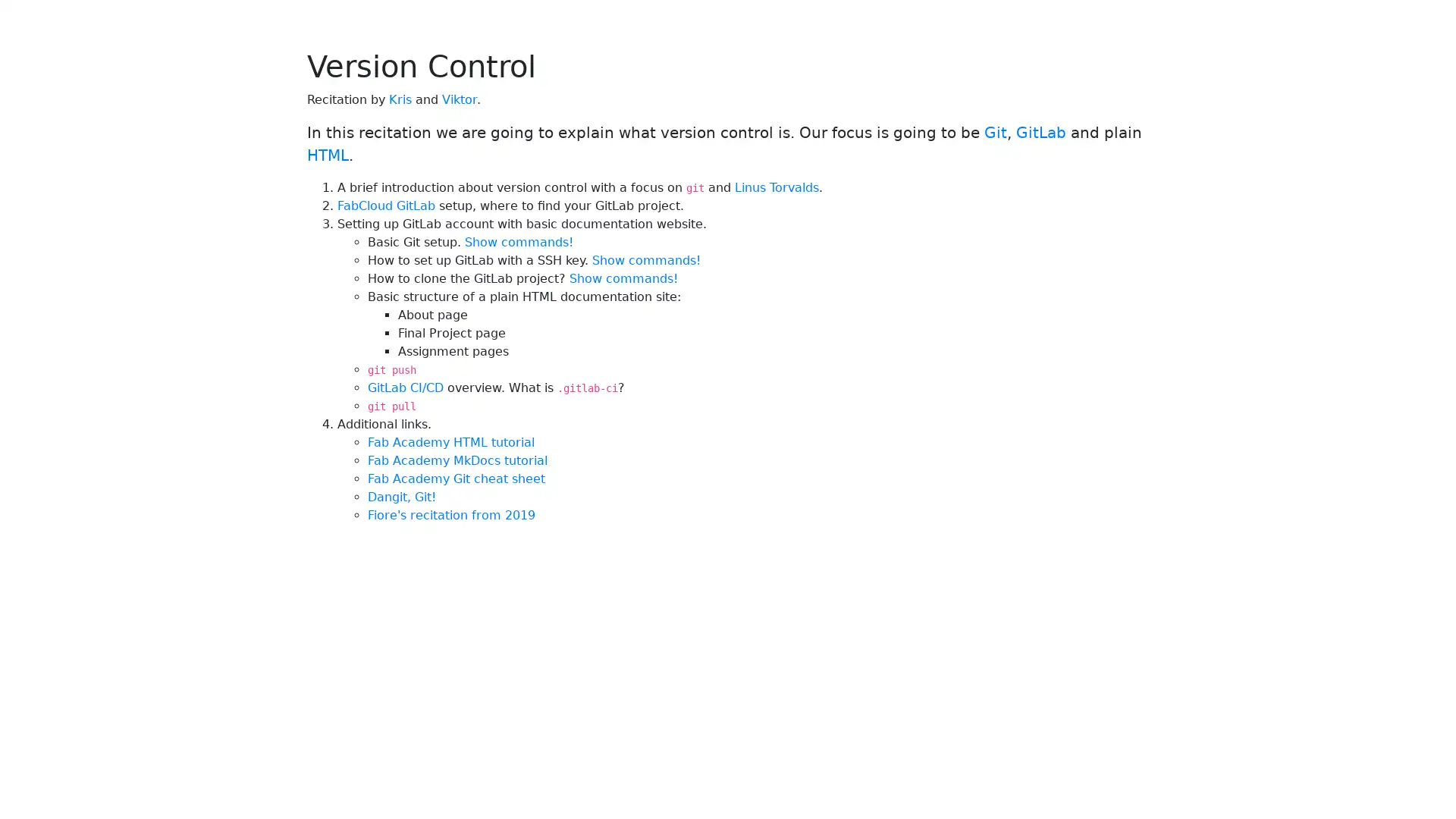 Image resolution: width=1456 pixels, height=819 pixels. What do you see at coordinates (646, 259) in the screenshot?
I see `Show commands!` at bounding box center [646, 259].